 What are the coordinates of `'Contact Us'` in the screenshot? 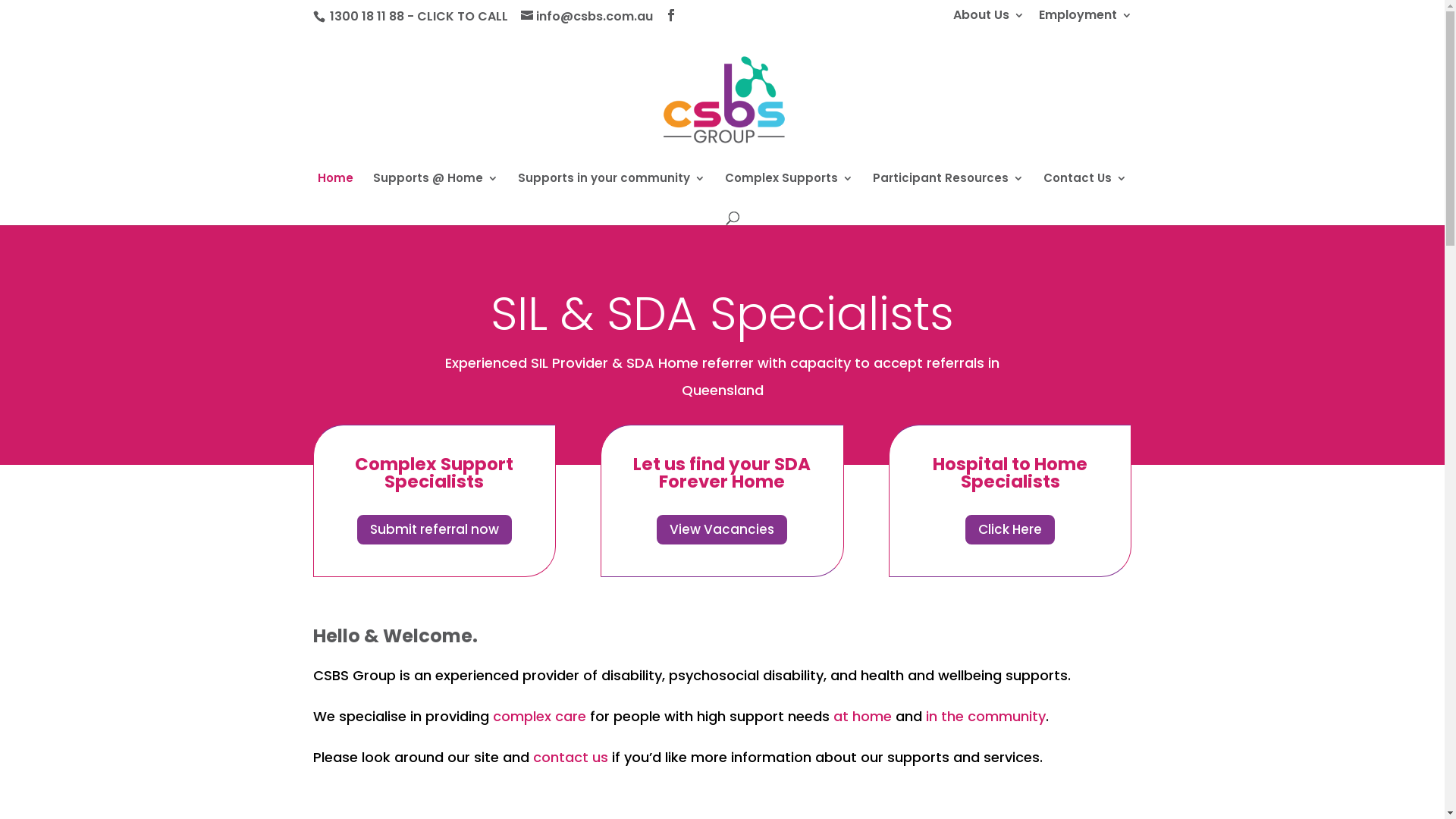 It's located at (1084, 189).